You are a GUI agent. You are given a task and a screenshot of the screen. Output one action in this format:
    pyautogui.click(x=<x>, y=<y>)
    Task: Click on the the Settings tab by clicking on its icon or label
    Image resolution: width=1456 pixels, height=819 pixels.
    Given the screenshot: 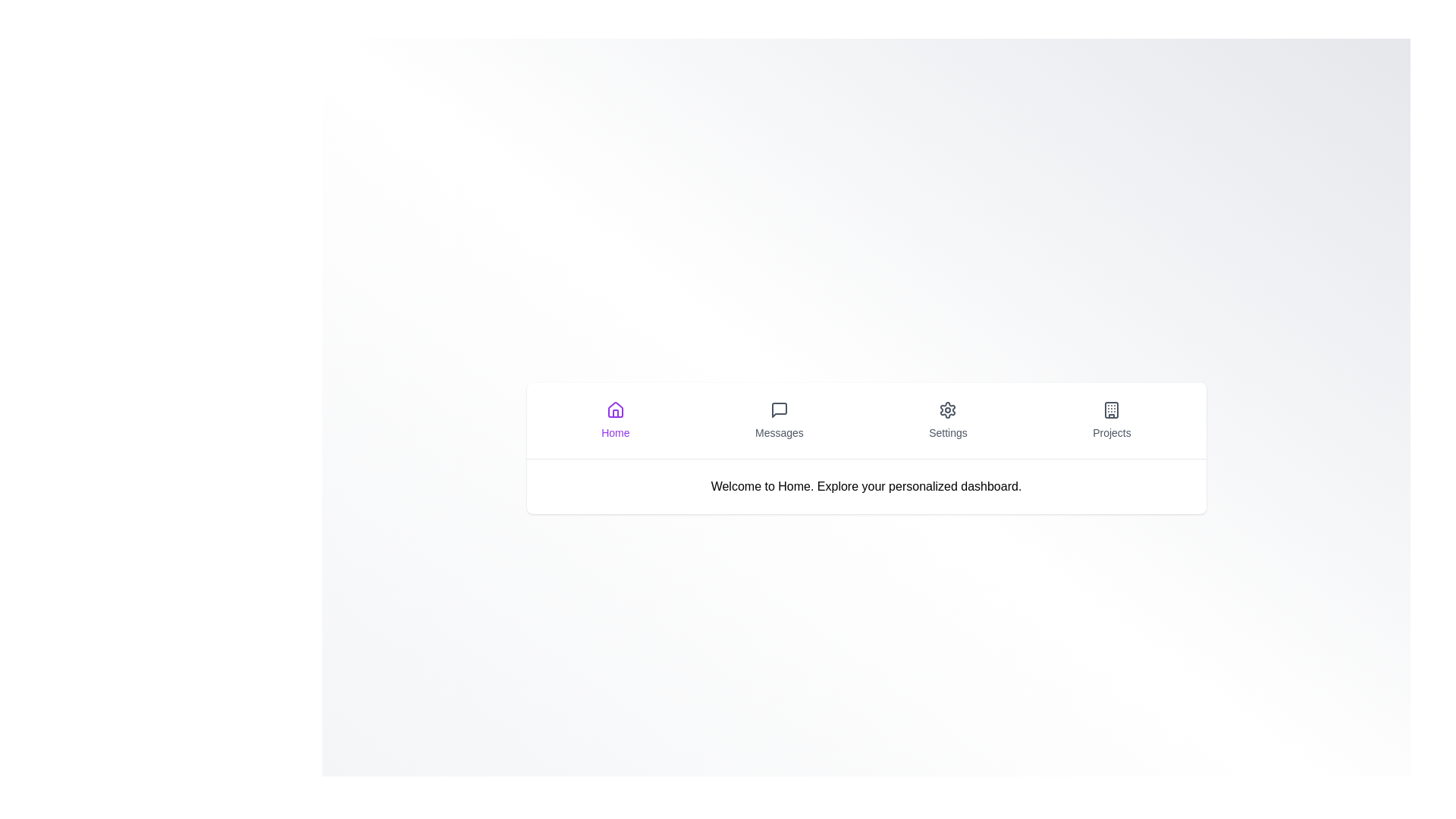 What is the action you would take?
    pyautogui.click(x=947, y=420)
    